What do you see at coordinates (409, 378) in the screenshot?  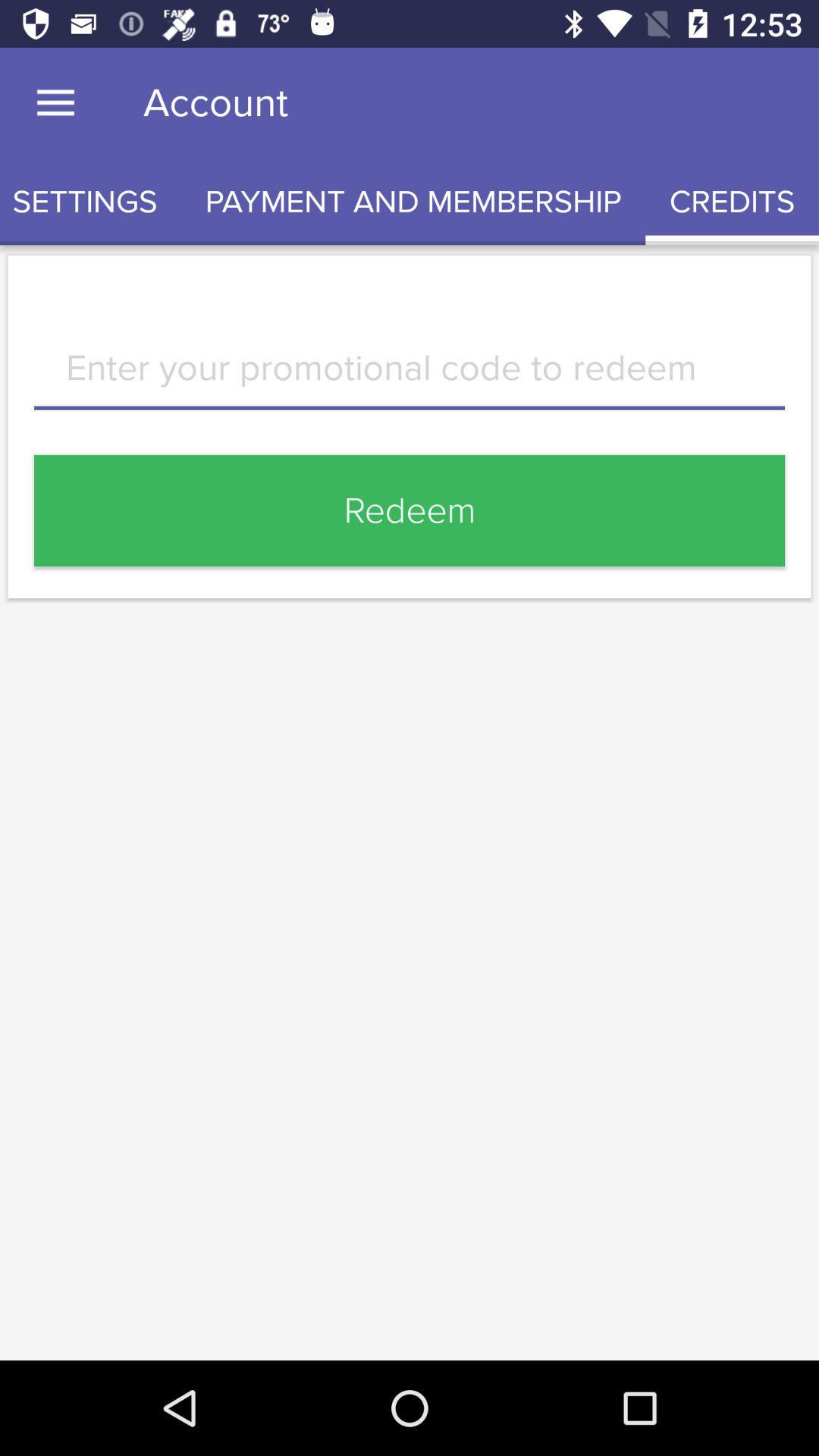 I see `item below the settings icon` at bounding box center [409, 378].